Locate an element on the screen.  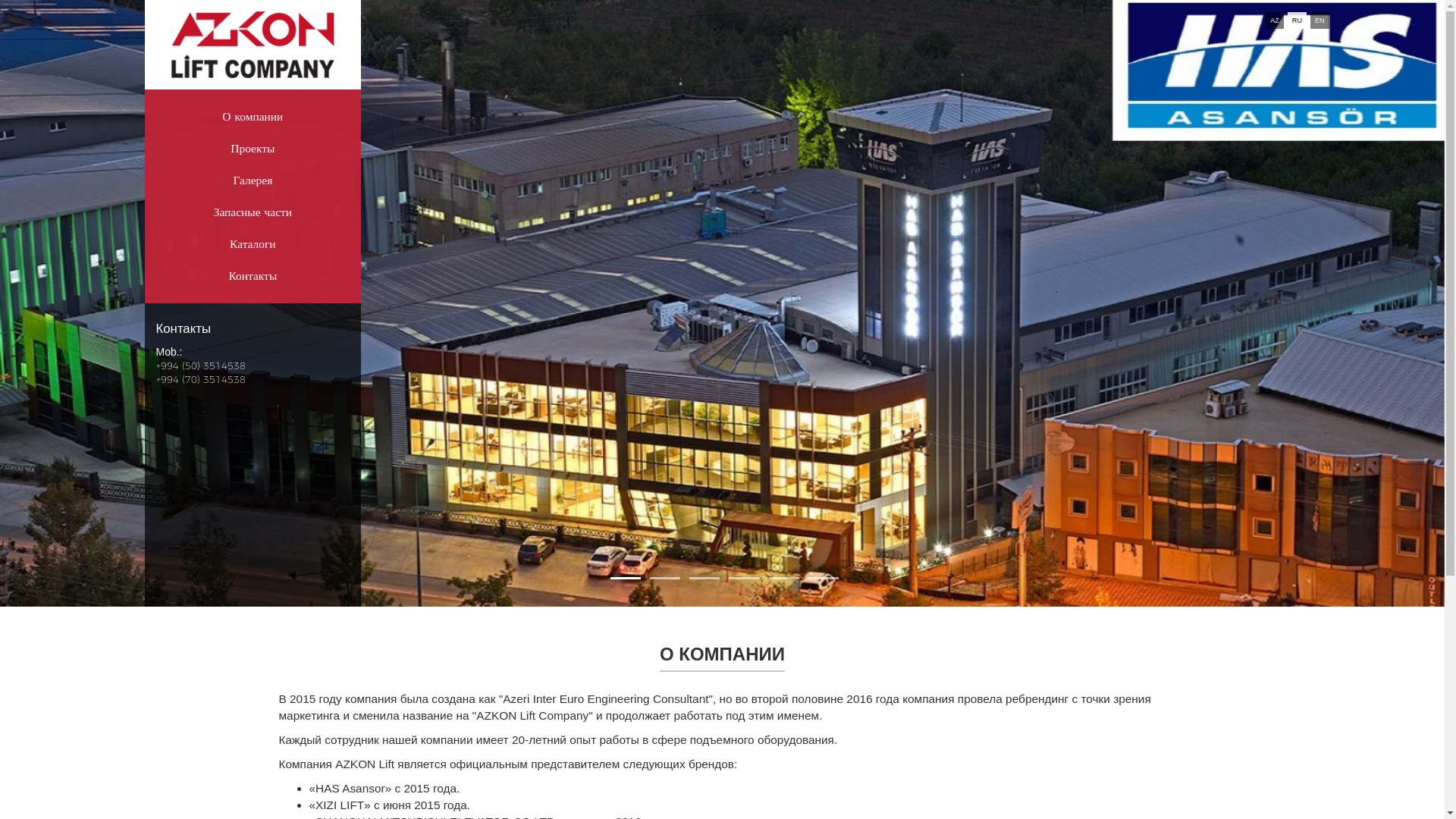
'RU' is located at coordinates (1296, 20).